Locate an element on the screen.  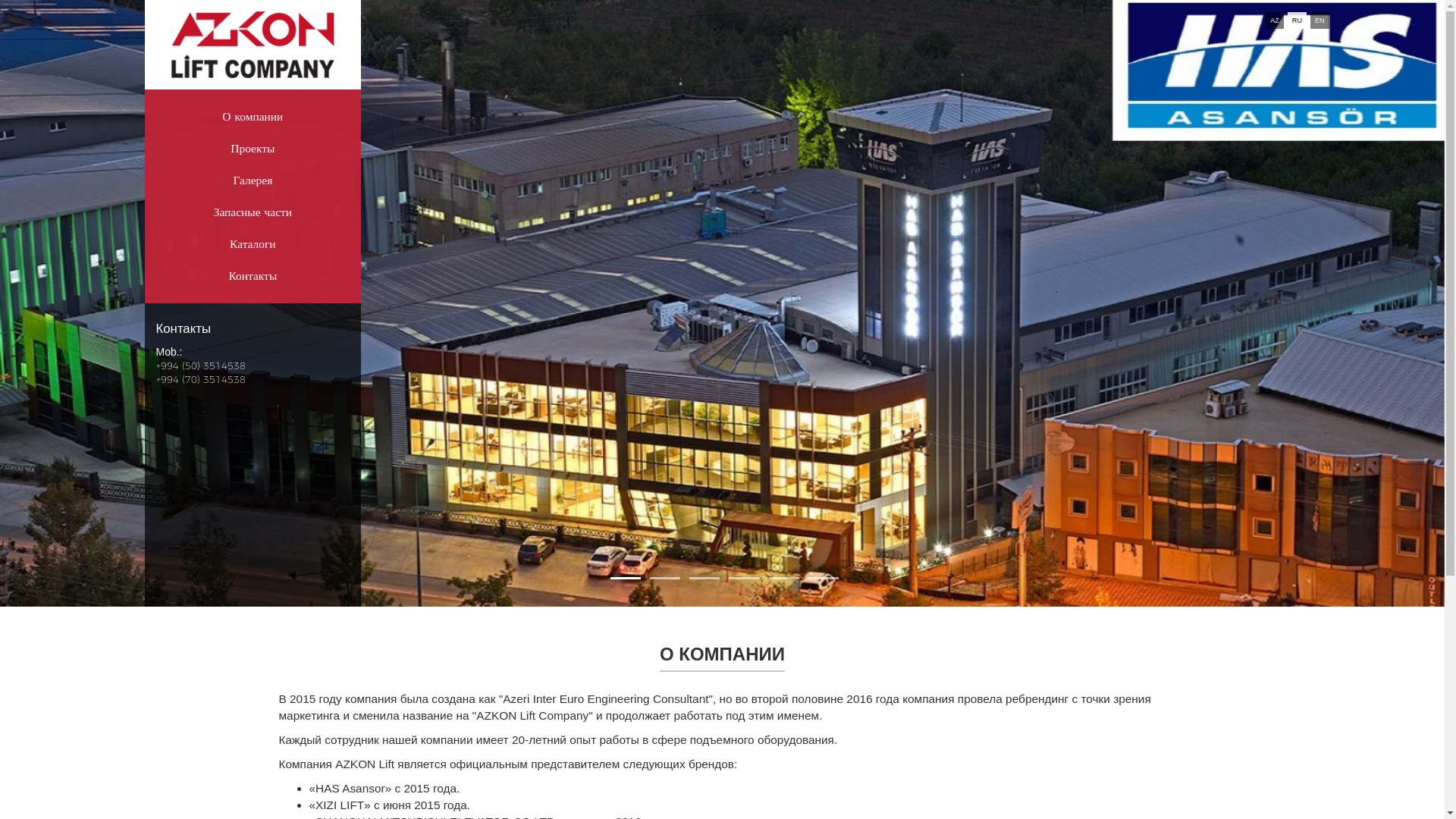
'RU' is located at coordinates (1296, 20).